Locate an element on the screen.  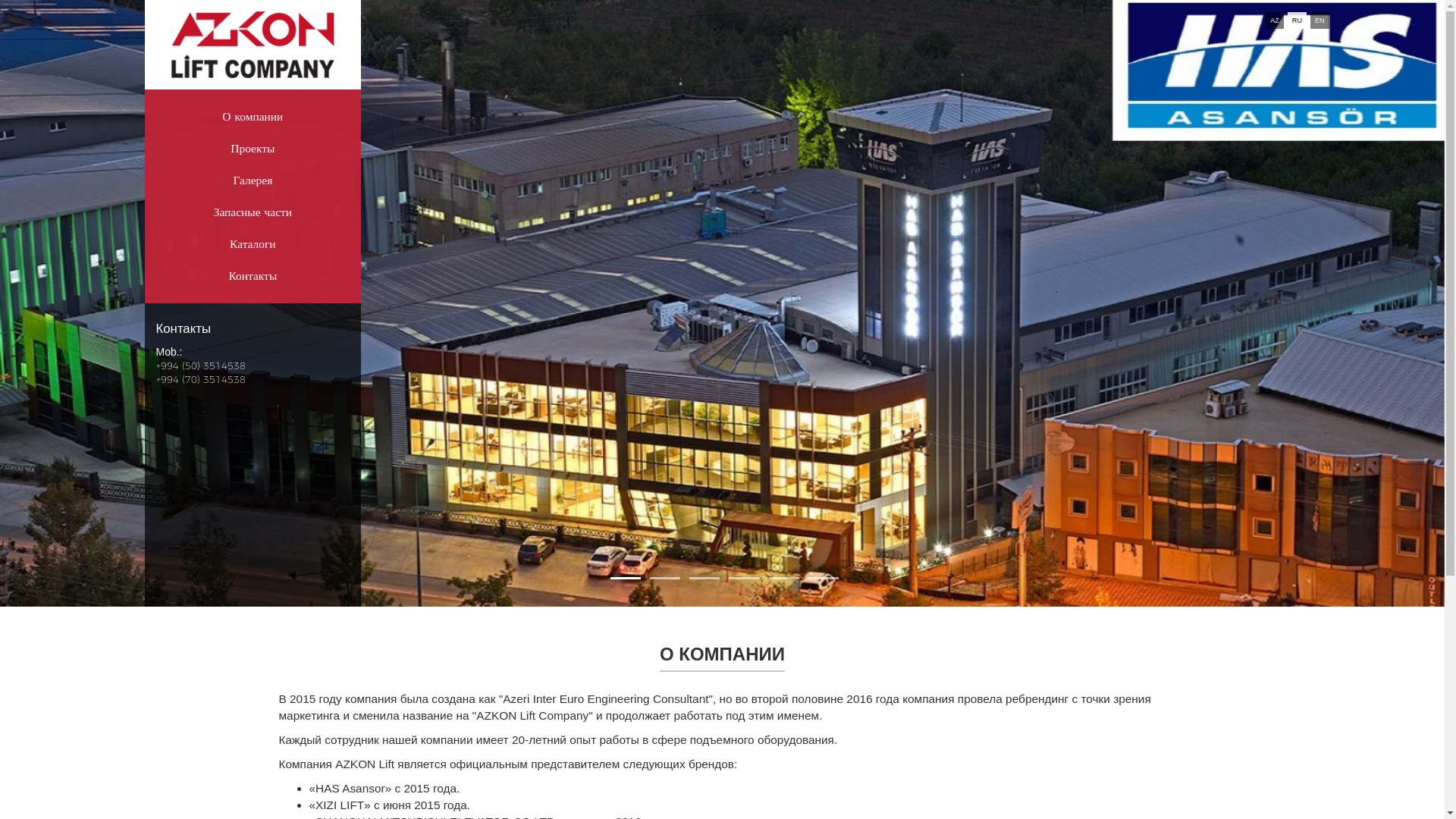
'RU' is located at coordinates (1296, 20).